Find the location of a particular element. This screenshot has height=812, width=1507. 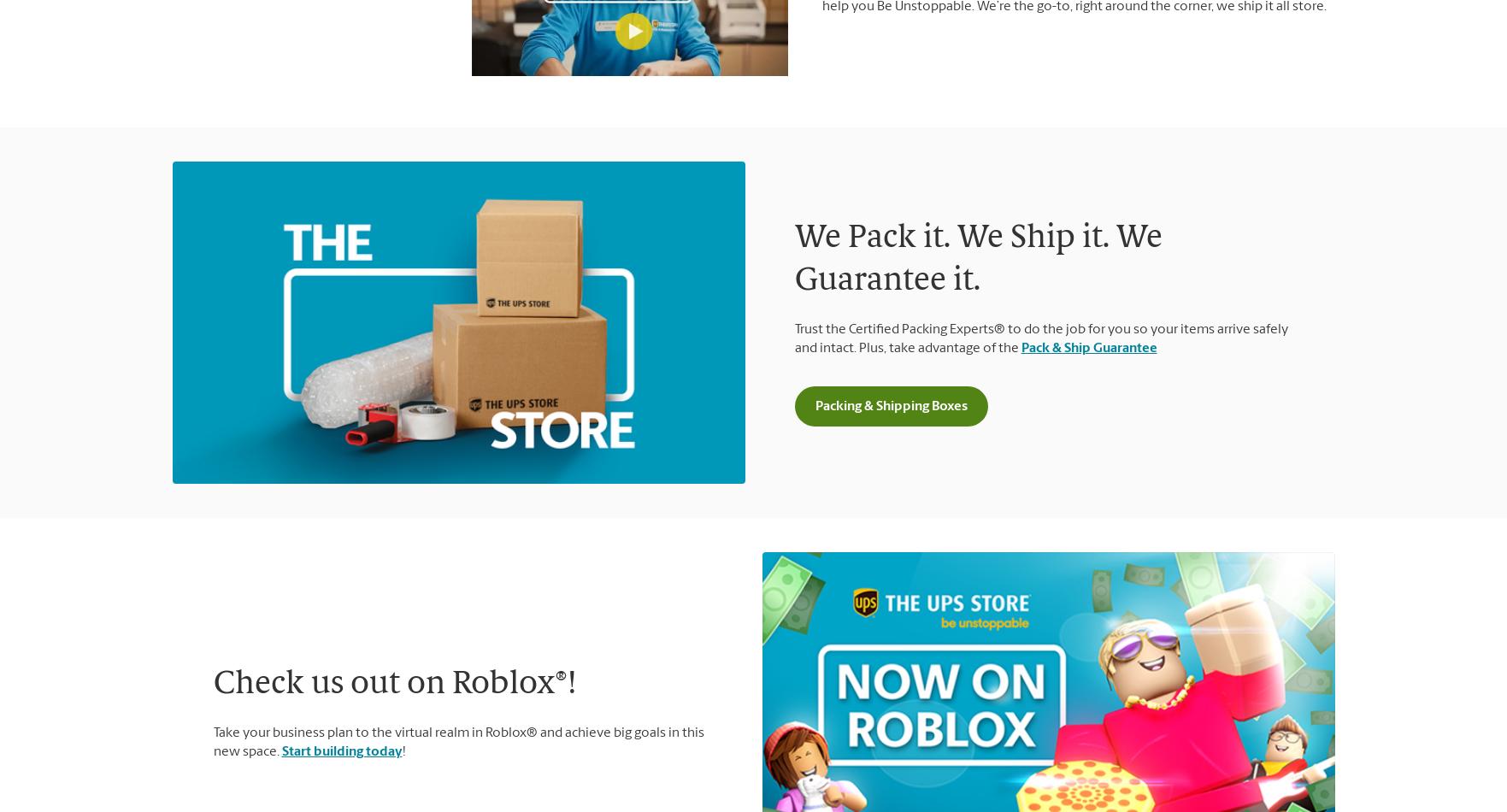

'Nearby The UPS Store Locations' is located at coordinates (753, 297).